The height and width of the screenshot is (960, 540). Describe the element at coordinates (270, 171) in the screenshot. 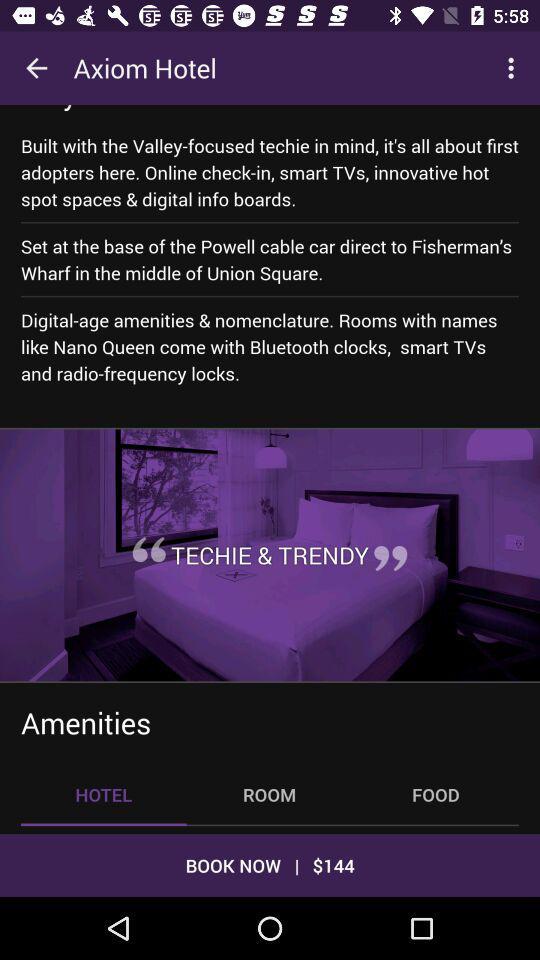

I see `built with the icon` at that location.